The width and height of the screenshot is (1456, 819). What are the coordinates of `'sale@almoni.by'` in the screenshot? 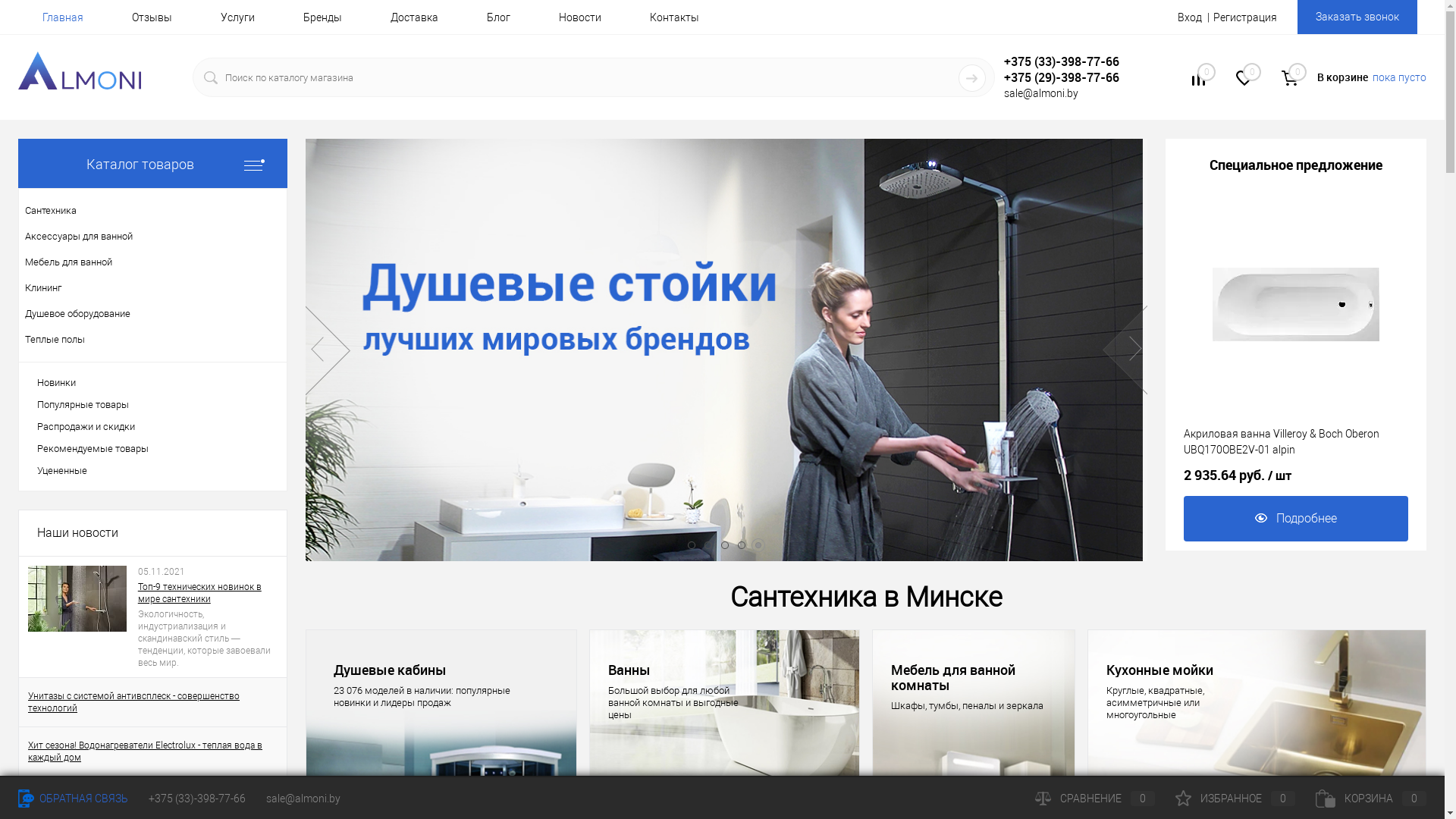 It's located at (1040, 93).